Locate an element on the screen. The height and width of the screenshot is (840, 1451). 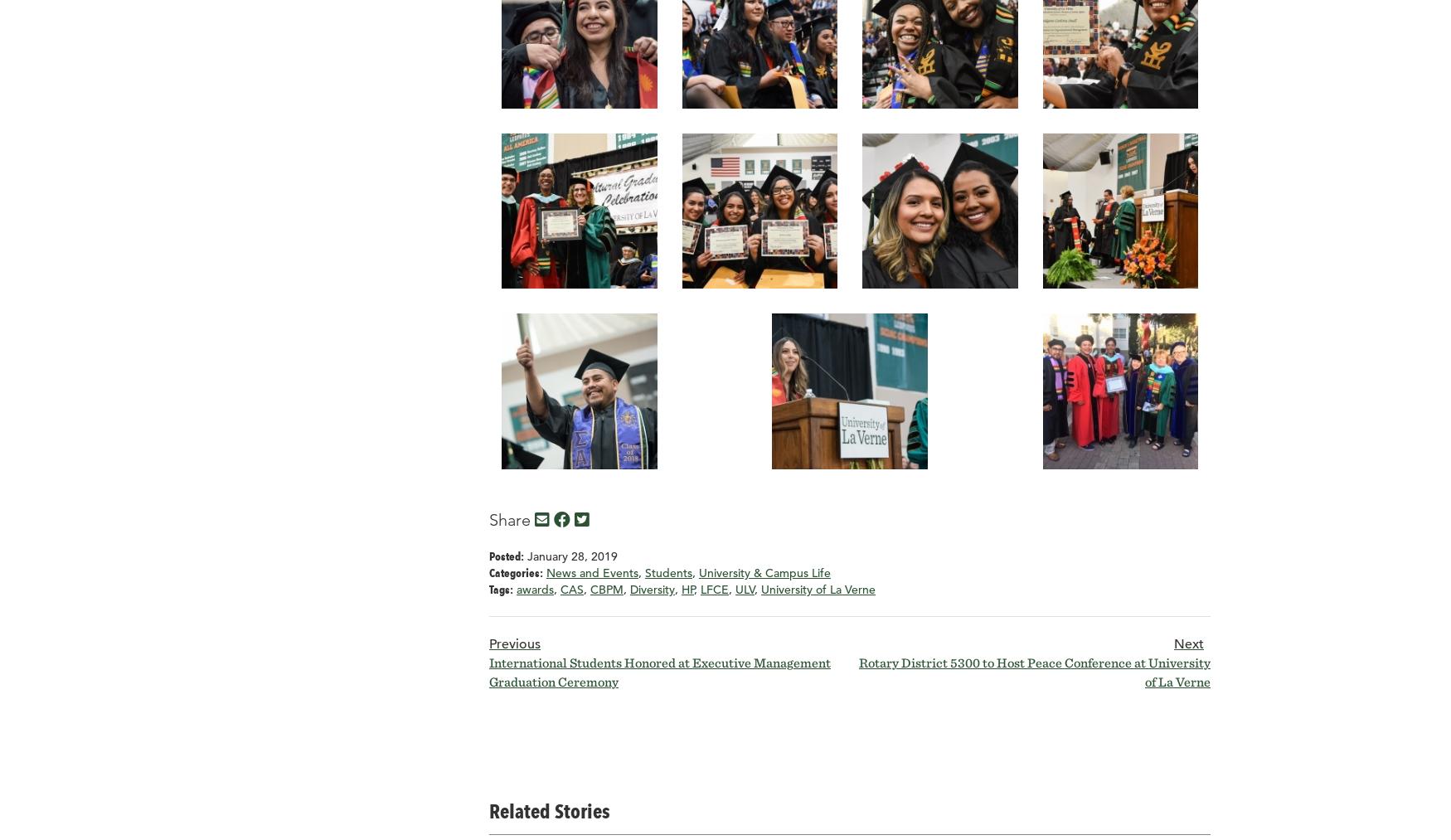
'Tags:' is located at coordinates (501, 589).